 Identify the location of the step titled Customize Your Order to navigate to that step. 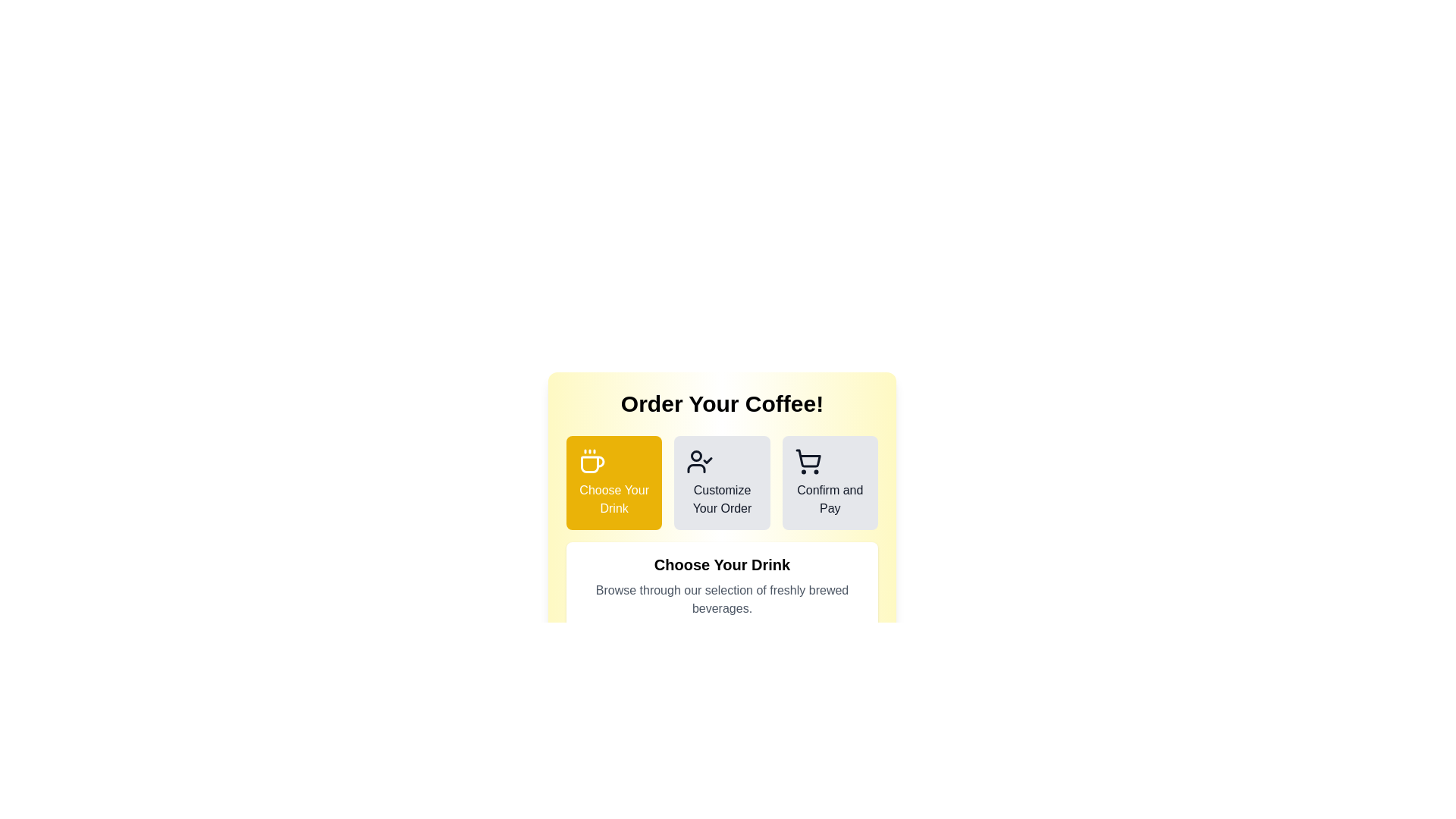
(720, 482).